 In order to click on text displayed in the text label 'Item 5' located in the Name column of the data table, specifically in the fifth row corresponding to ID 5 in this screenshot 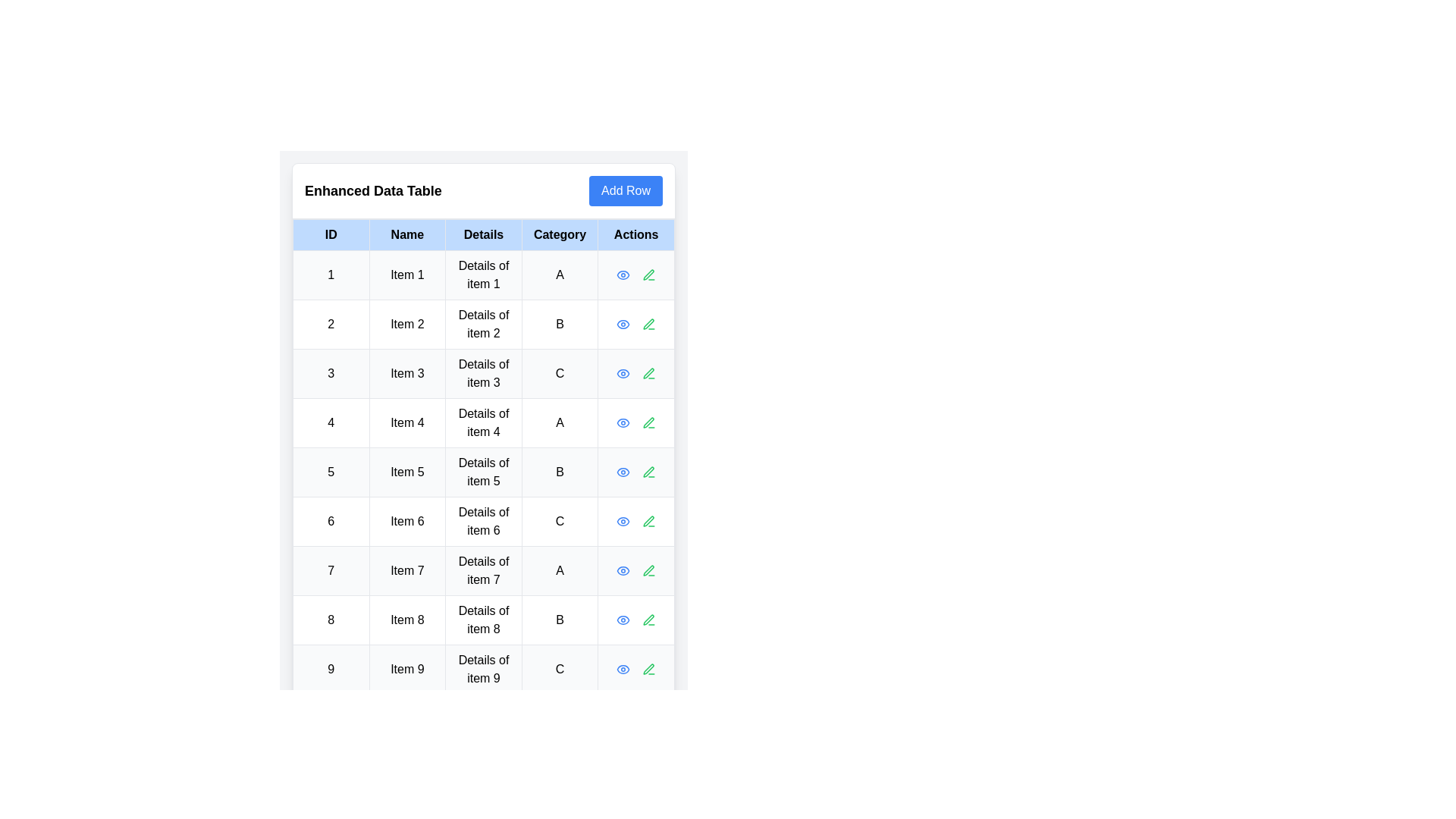, I will do `click(407, 472)`.